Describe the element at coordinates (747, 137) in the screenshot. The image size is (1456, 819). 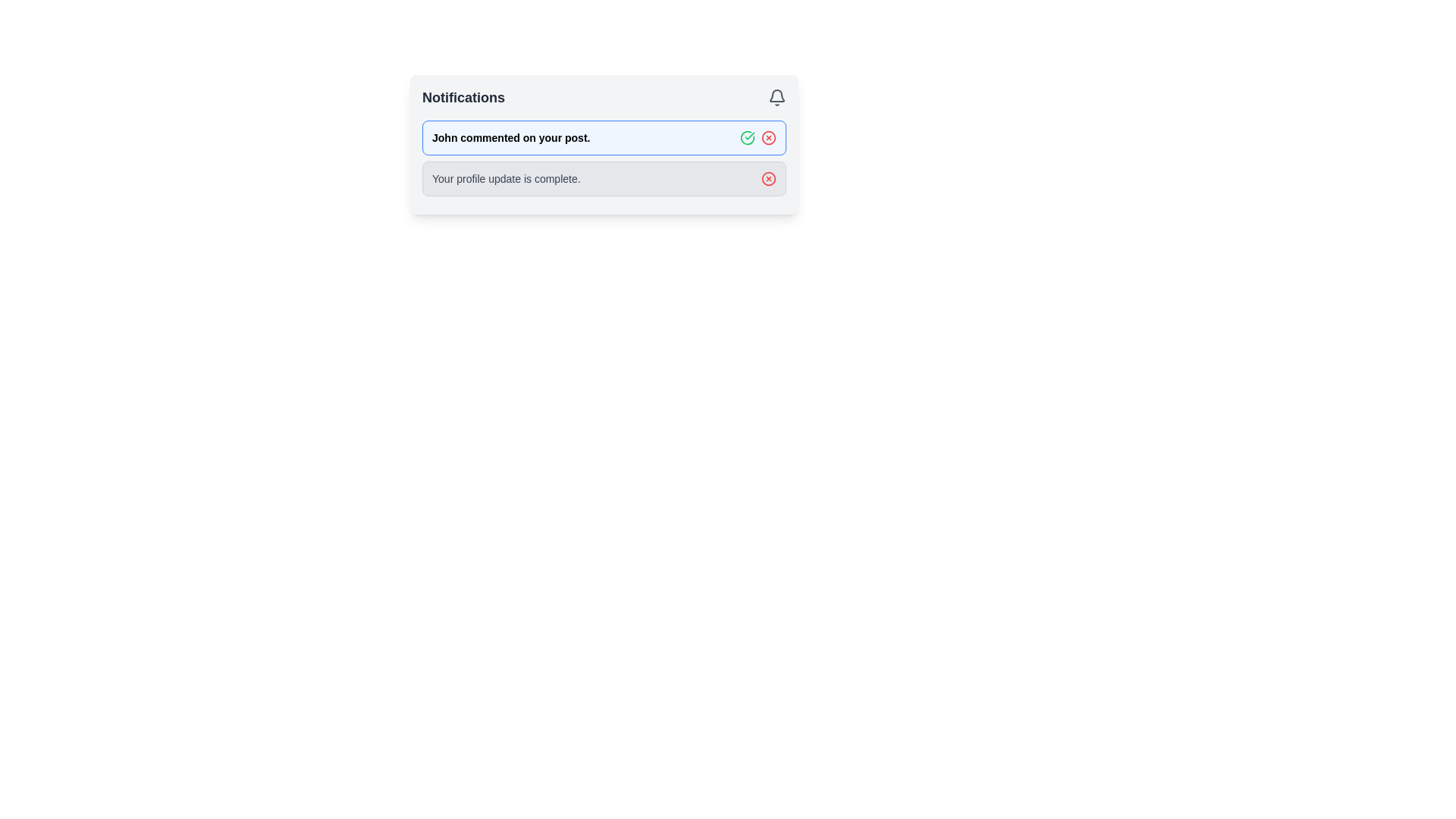
I see `the confirmation button icon located adjacent to the text 'John commented on your post.' in the notification pane for keyboard navigation support` at that location.